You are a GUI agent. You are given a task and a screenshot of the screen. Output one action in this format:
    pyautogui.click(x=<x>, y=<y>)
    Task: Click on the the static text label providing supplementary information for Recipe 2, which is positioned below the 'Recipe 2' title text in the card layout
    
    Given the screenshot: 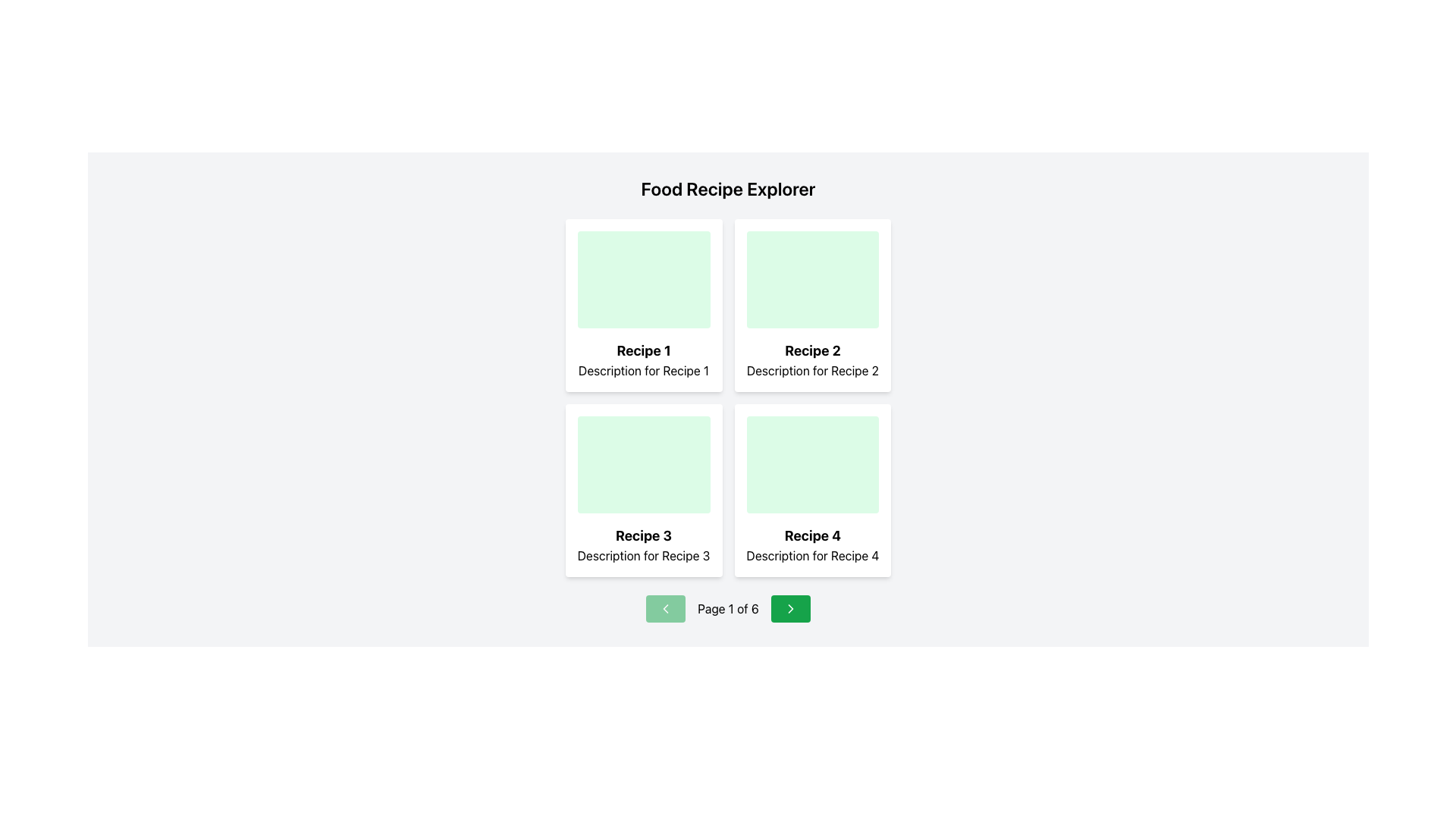 What is the action you would take?
    pyautogui.click(x=811, y=371)
    